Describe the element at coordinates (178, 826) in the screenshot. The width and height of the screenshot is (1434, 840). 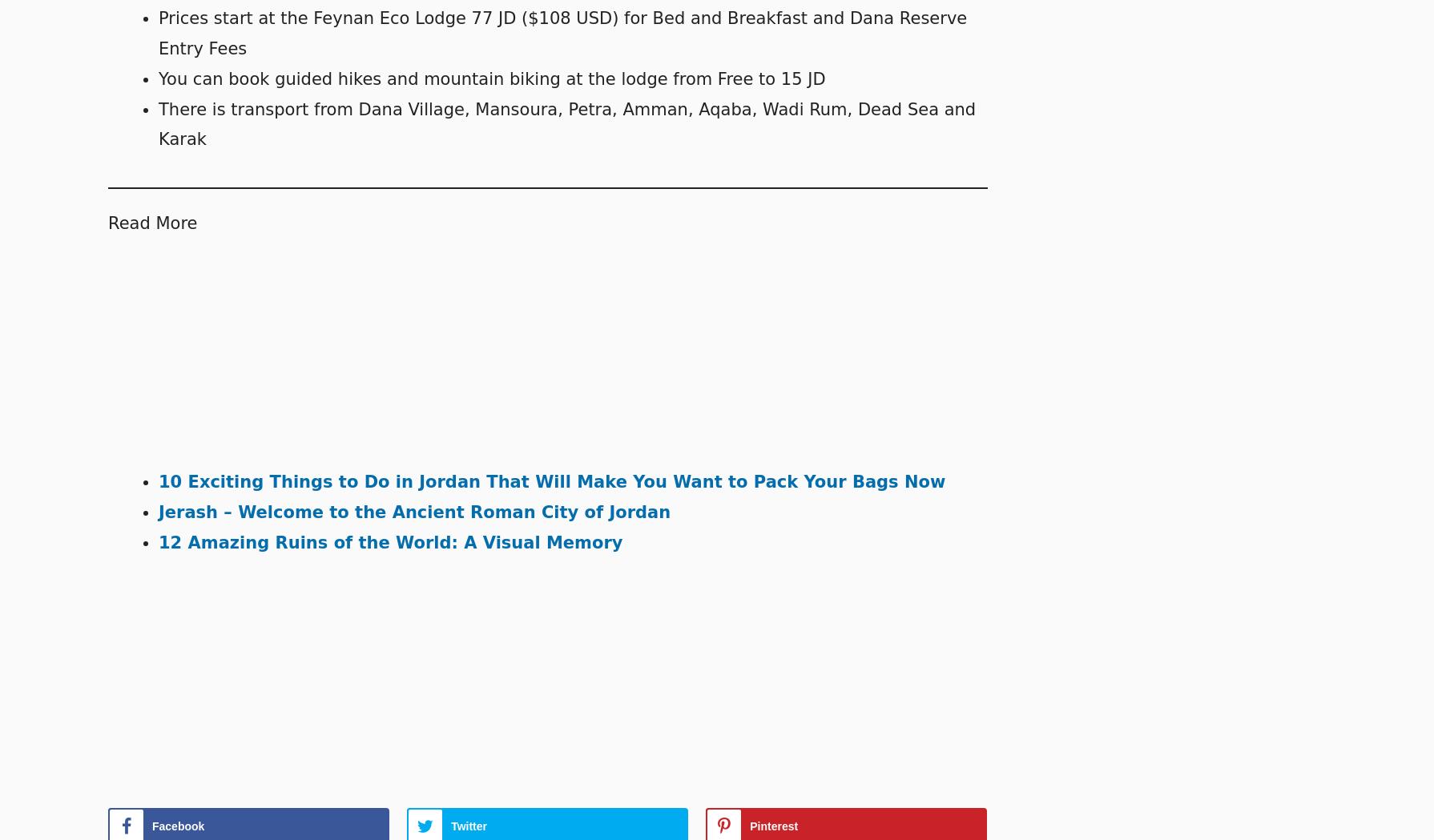
I see `'Facebook'` at that location.